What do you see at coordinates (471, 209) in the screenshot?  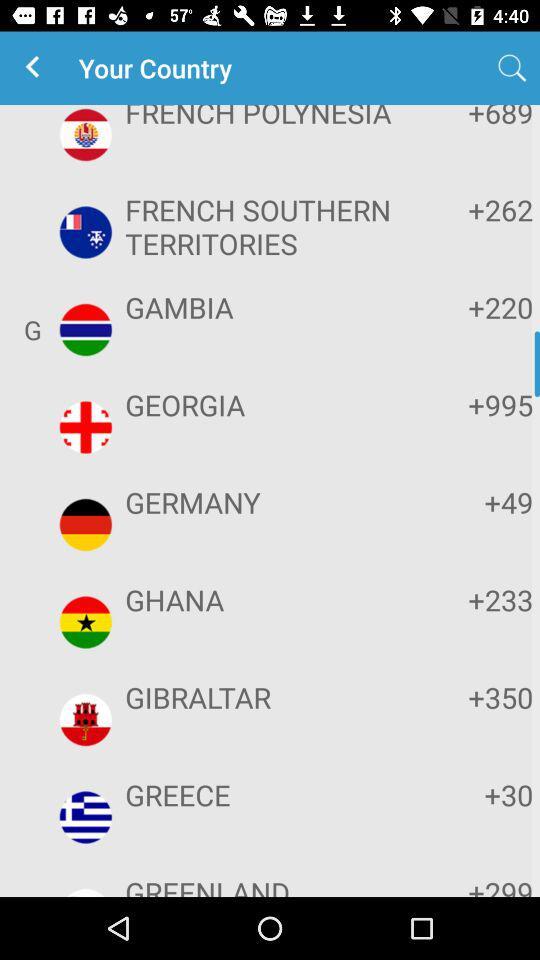 I see `+262 item` at bounding box center [471, 209].